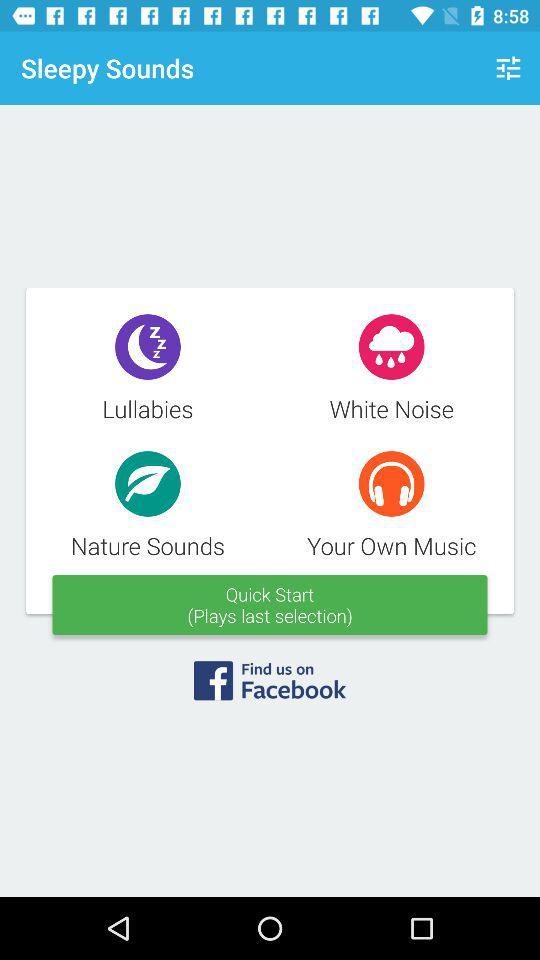 The height and width of the screenshot is (960, 540). What do you see at coordinates (508, 68) in the screenshot?
I see `icon at the top right corner` at bounding box center [508, 68].